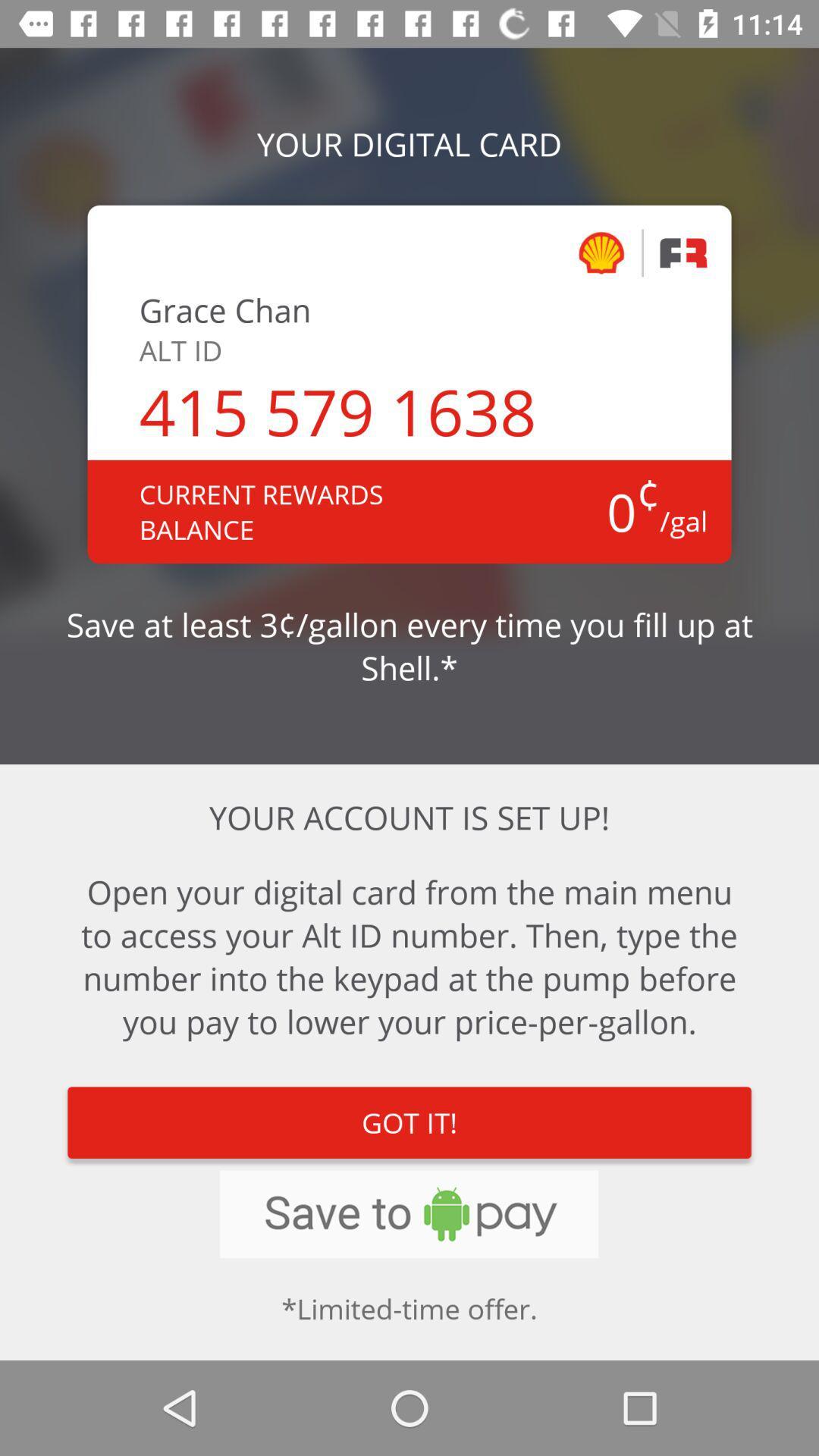  I want to click on to your android-pay account, so click(408, 1214).